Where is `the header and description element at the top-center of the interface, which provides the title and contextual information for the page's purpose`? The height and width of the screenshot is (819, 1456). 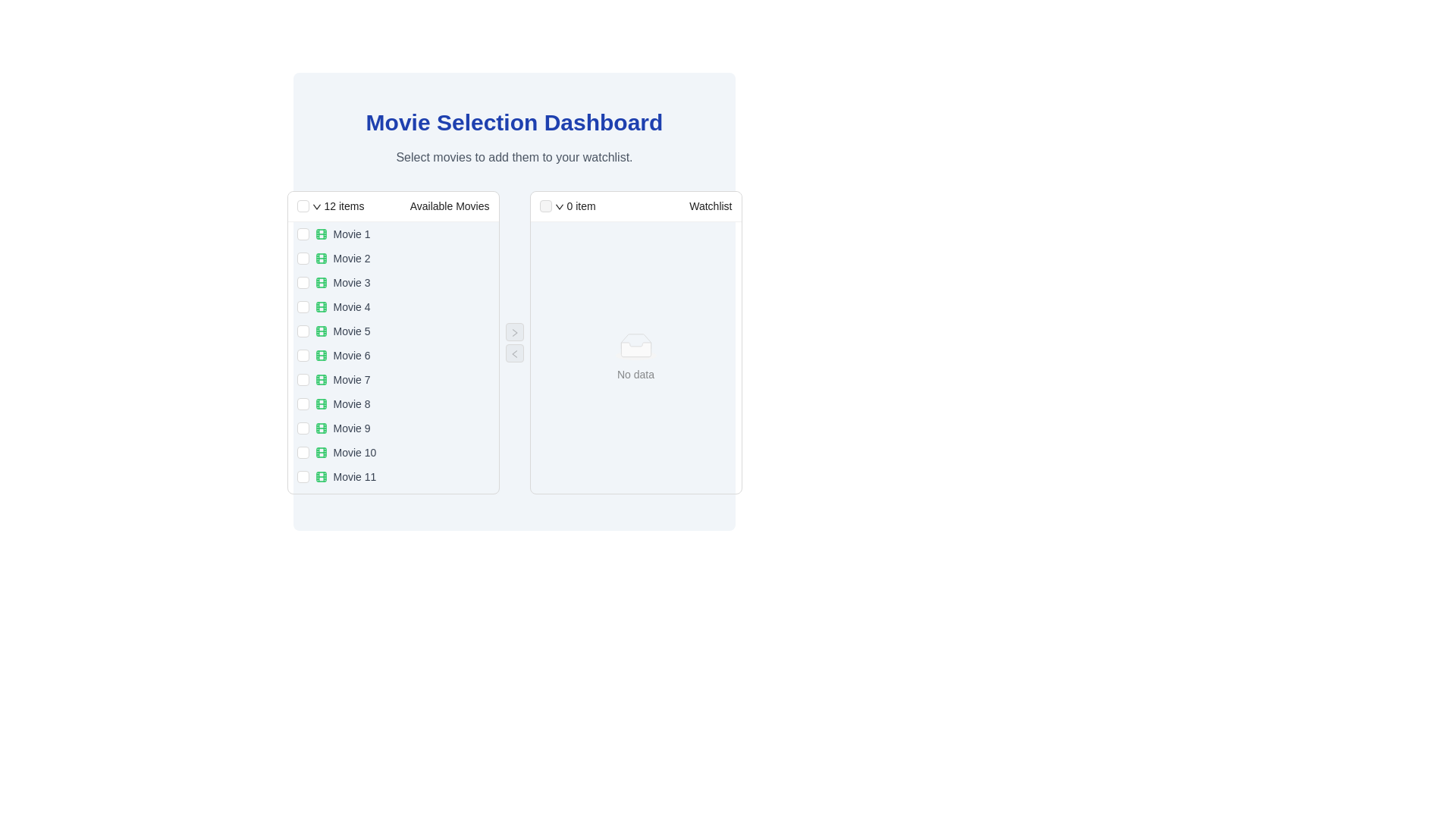
the header and description element at the top-center of the interface, which provides the title and contextual information for the page's purpose is located at coordinates (514, 137).